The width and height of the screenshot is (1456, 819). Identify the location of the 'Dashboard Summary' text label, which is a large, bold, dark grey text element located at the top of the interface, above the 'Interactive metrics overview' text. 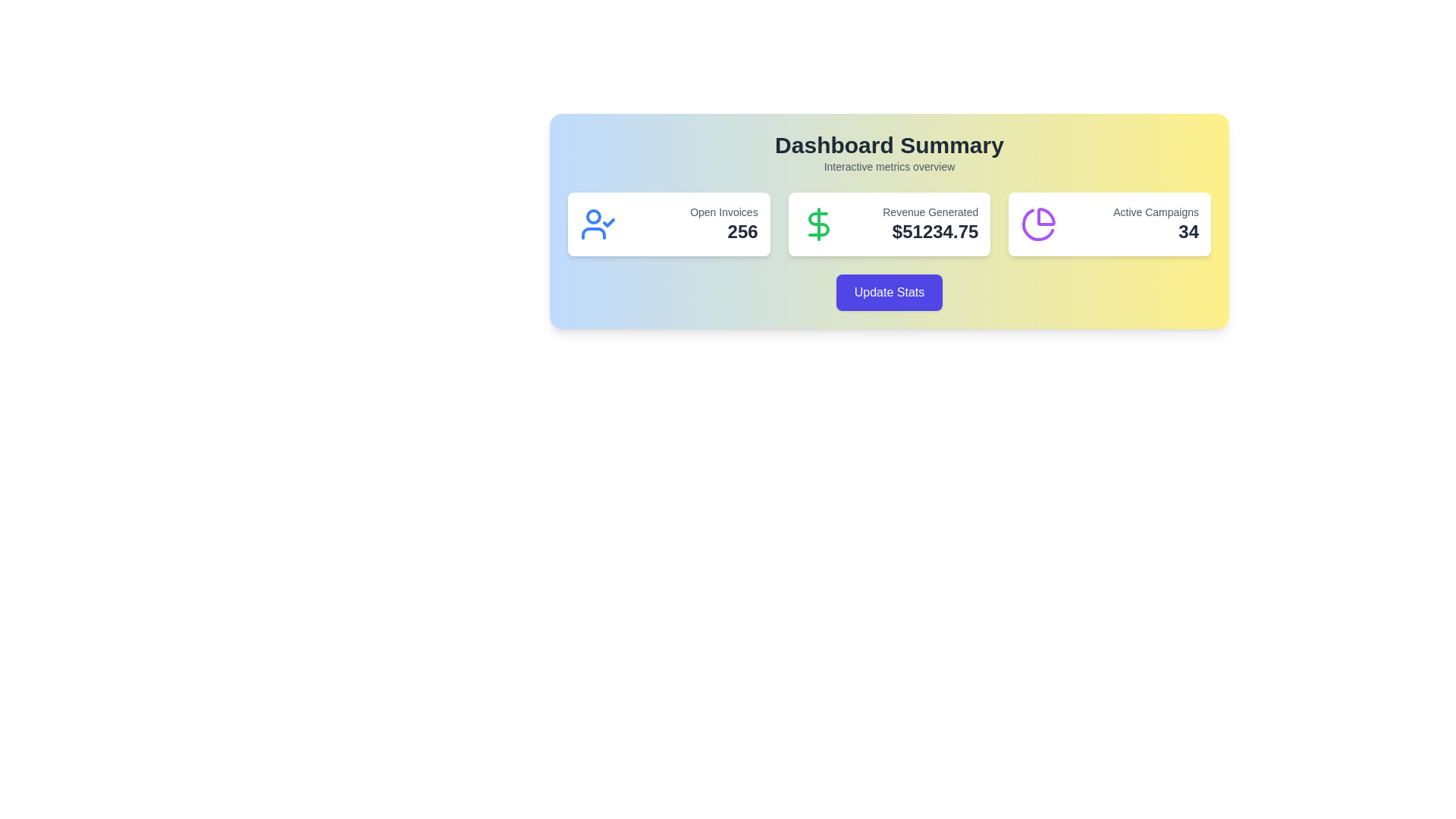
(889, 146).